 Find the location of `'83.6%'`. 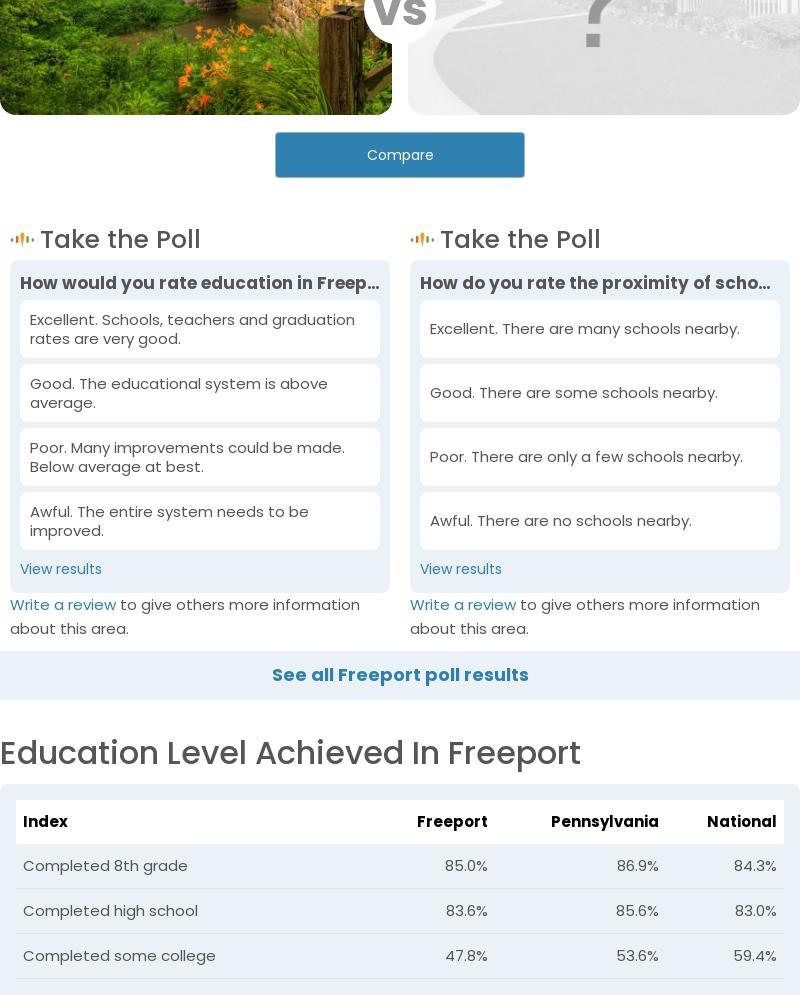

'83.6%' is located at coordinates (466, 908).